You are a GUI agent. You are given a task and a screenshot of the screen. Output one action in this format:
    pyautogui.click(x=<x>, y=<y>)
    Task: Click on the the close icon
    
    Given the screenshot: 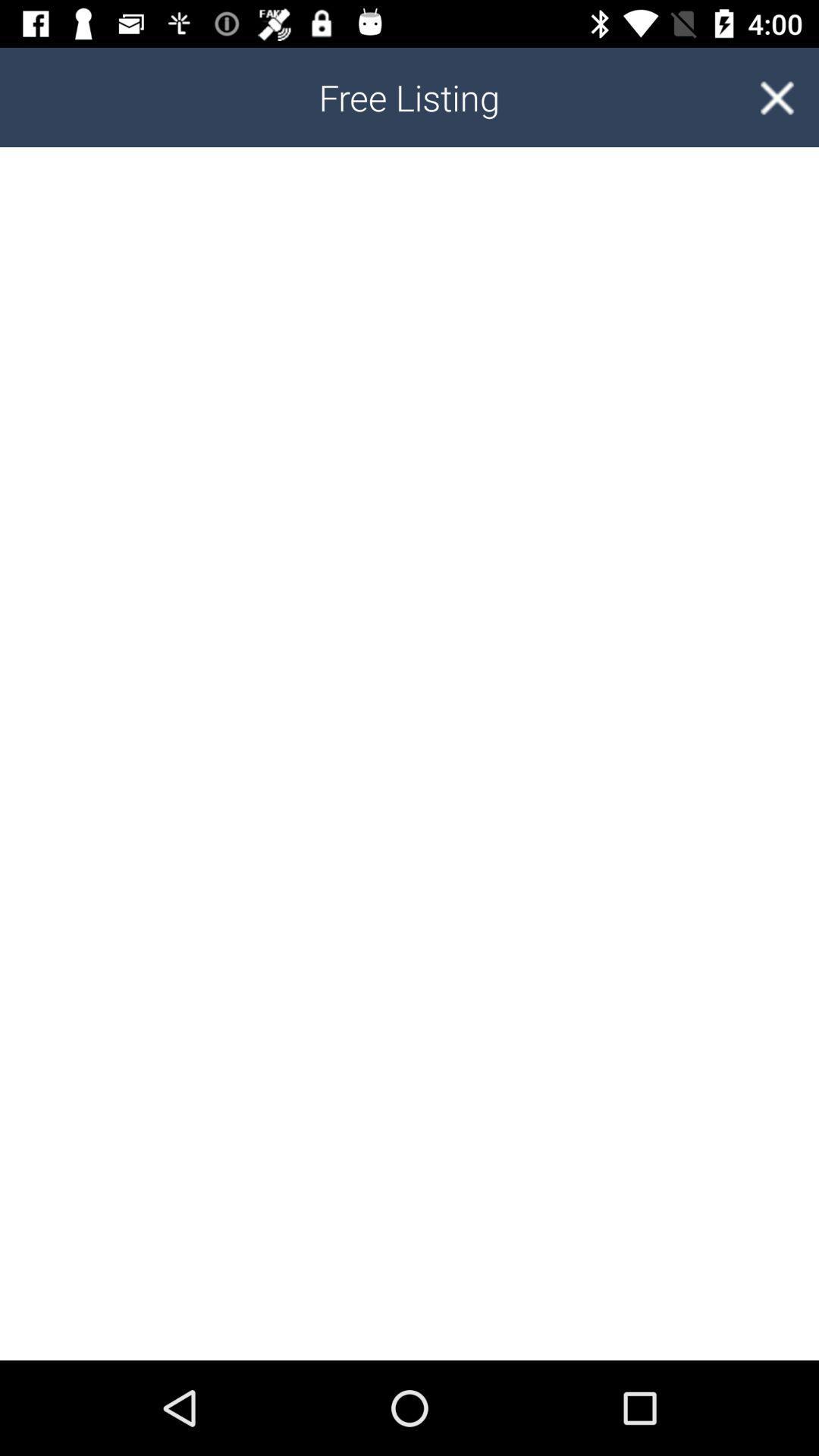 What is the action you would take?
    pyautogui.click(x=777, y=96)
    